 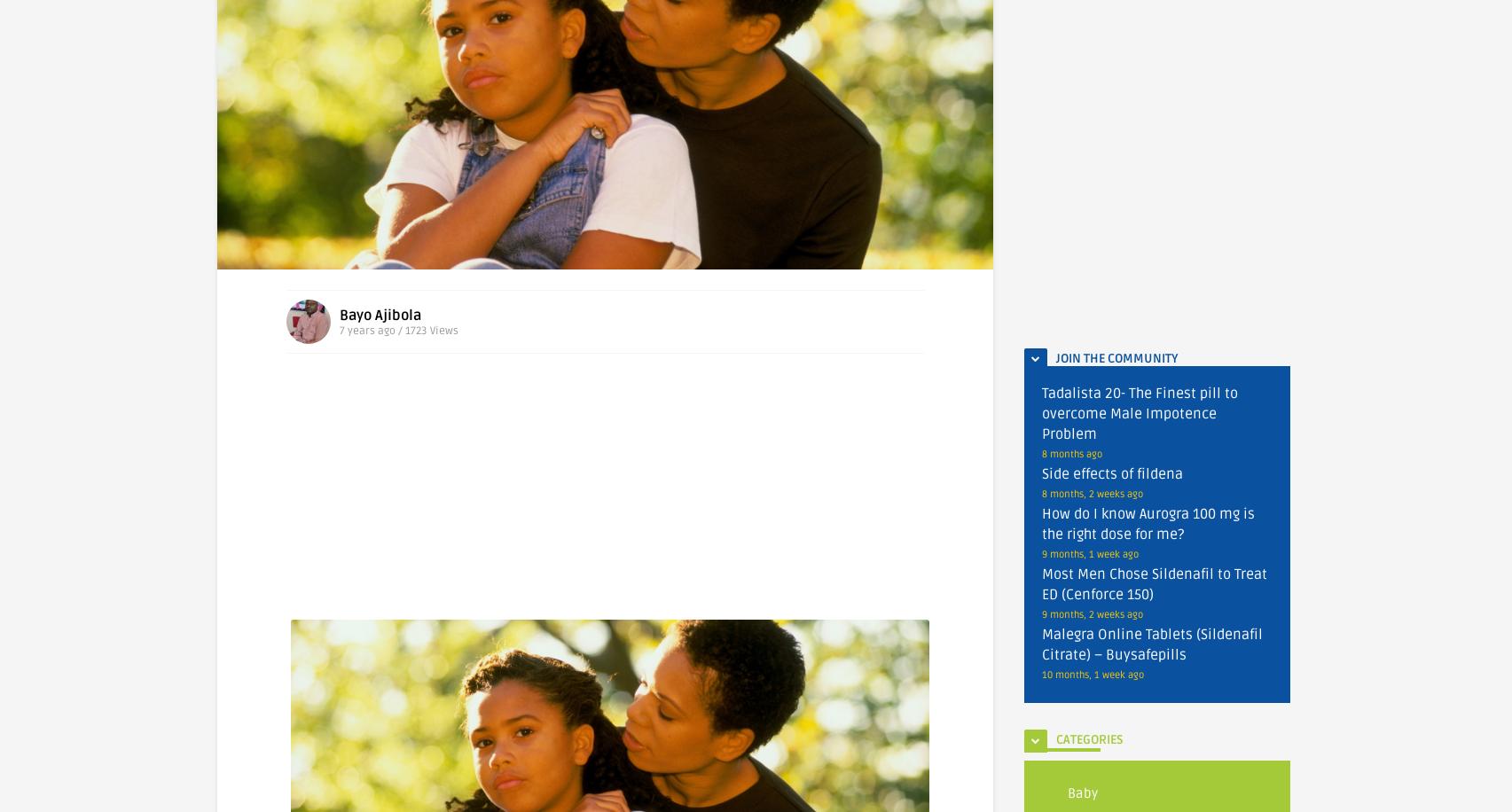 I want to click on 'Baby', so click(x=1082, y=792).